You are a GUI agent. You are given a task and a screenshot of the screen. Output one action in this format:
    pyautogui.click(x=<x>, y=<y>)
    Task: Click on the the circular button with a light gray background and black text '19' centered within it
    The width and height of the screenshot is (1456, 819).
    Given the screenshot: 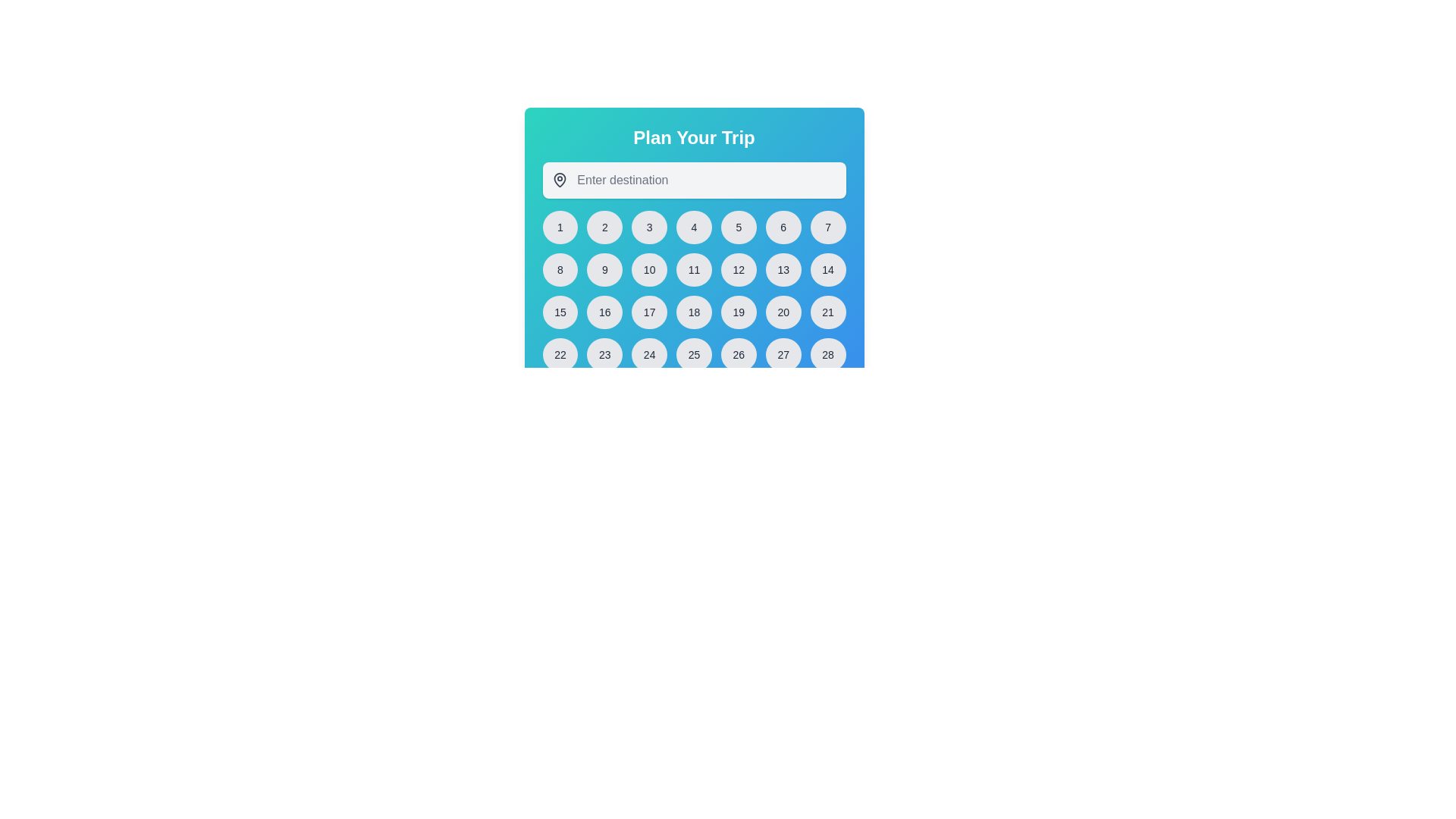 What is the action you would take?
    pyautogui.click(x=739, y=312)
    